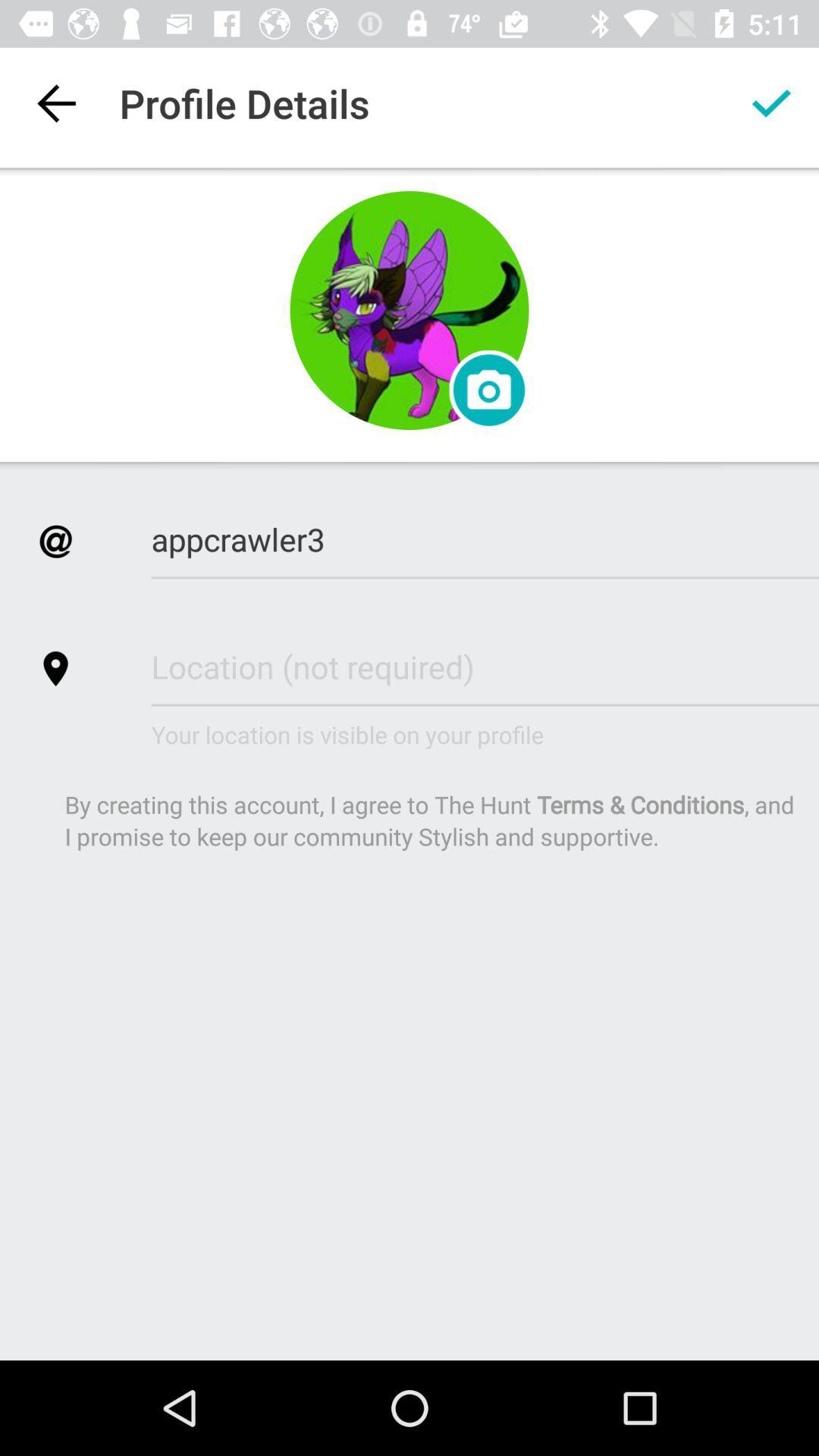  What do you see at coordinates (771, 102) in the screenshot?
I see `the item at the top right corner` at bounding box center [771, 102].